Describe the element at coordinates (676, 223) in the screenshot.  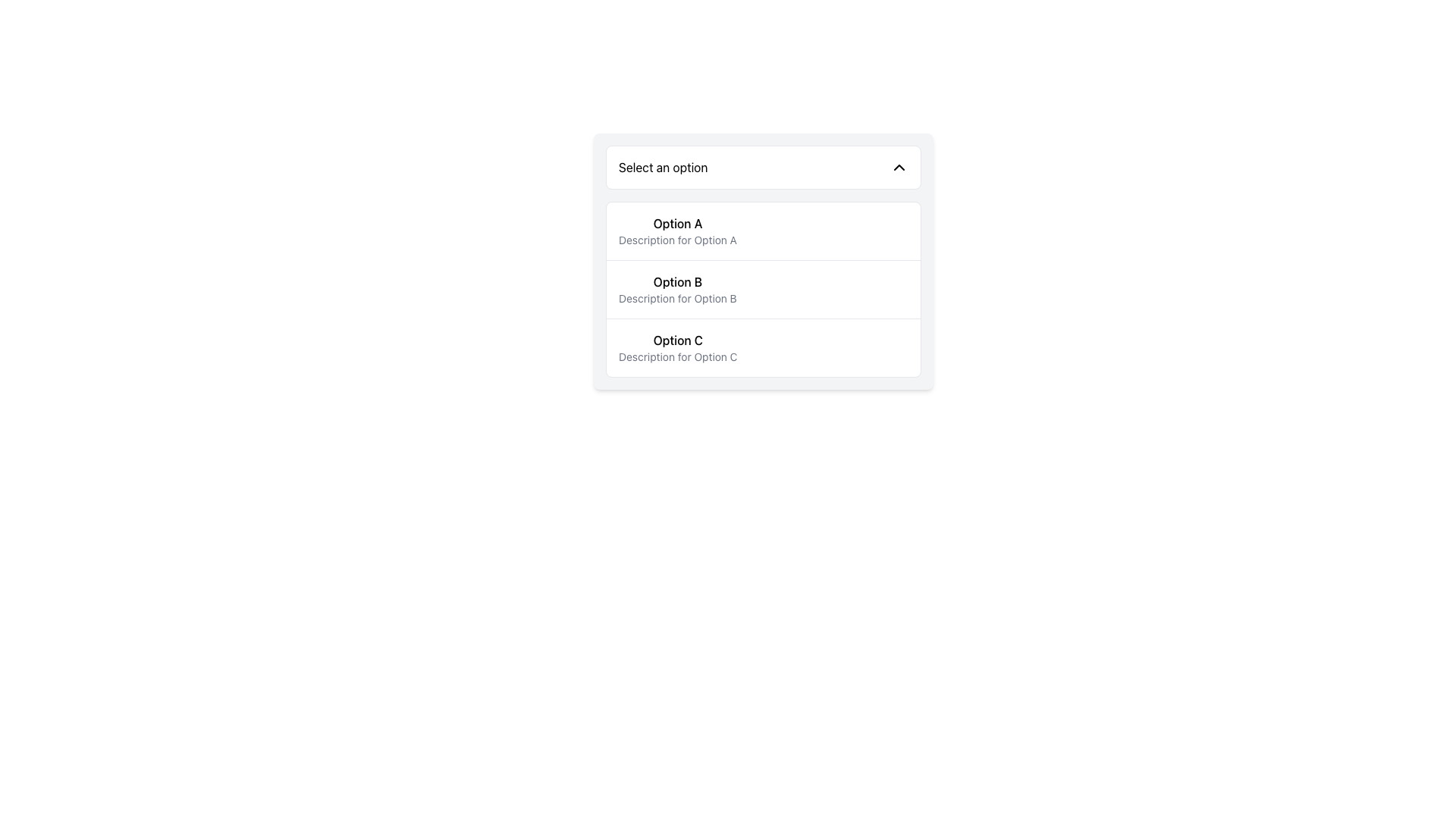
I see `the 'Option A' text label within the dropdown menu to select it as a choice` at that location.